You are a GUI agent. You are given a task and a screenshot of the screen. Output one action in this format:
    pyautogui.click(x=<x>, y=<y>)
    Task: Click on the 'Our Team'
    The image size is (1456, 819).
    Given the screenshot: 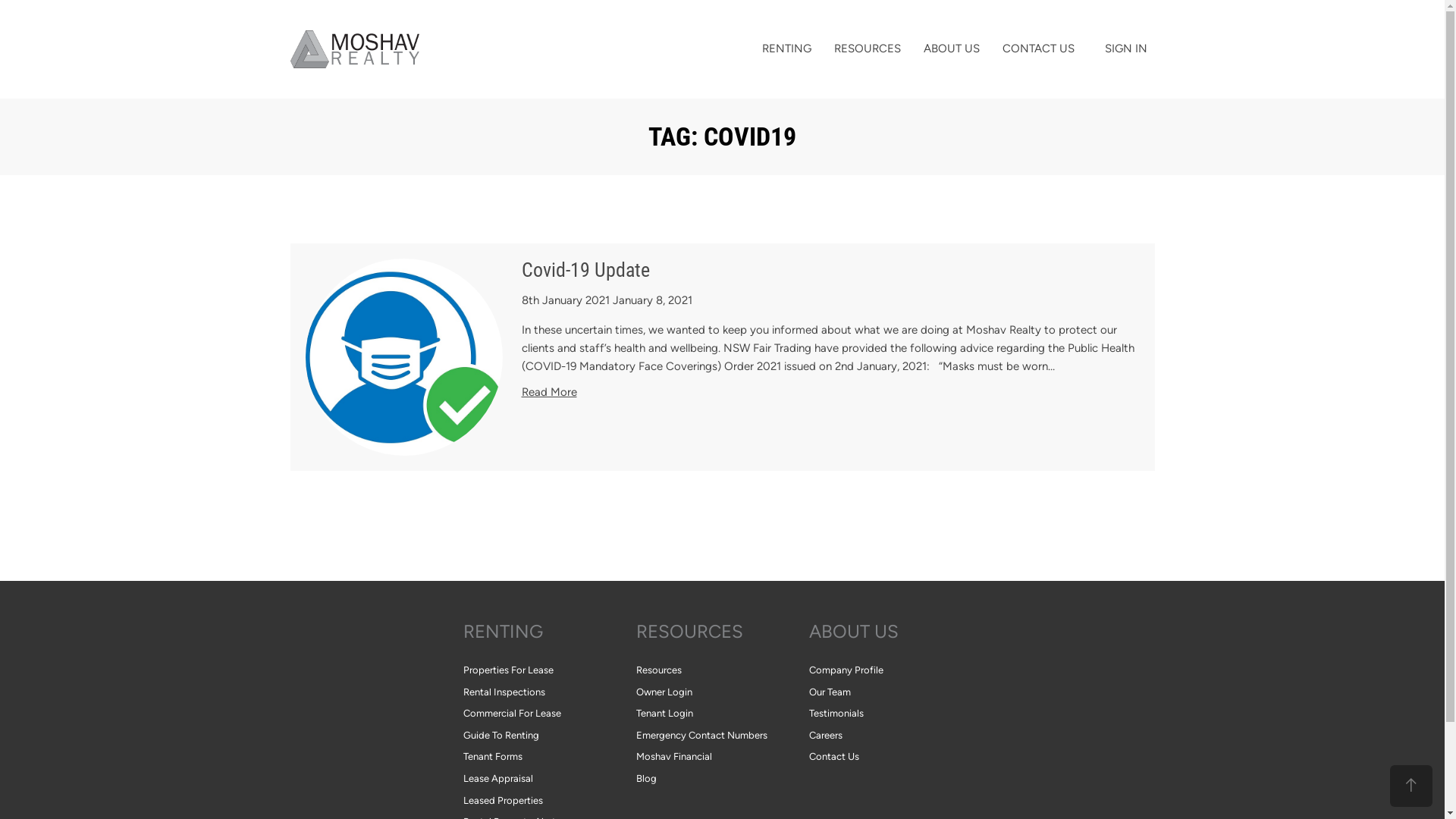 What is the action you would take?
    pyautogui.click(x=895, y=692)
    